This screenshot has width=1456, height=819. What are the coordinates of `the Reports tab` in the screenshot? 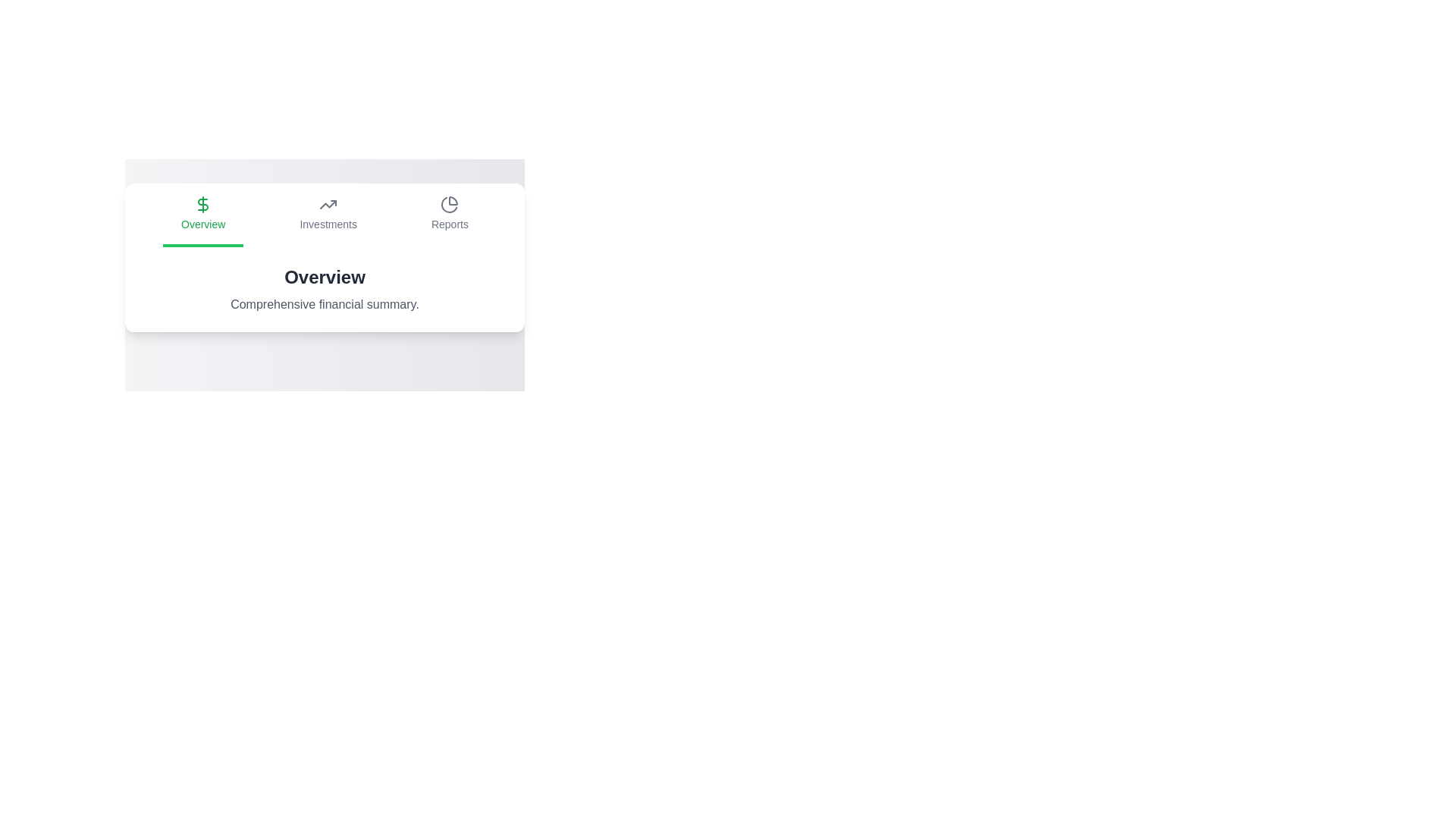 It's located at (449, 215).